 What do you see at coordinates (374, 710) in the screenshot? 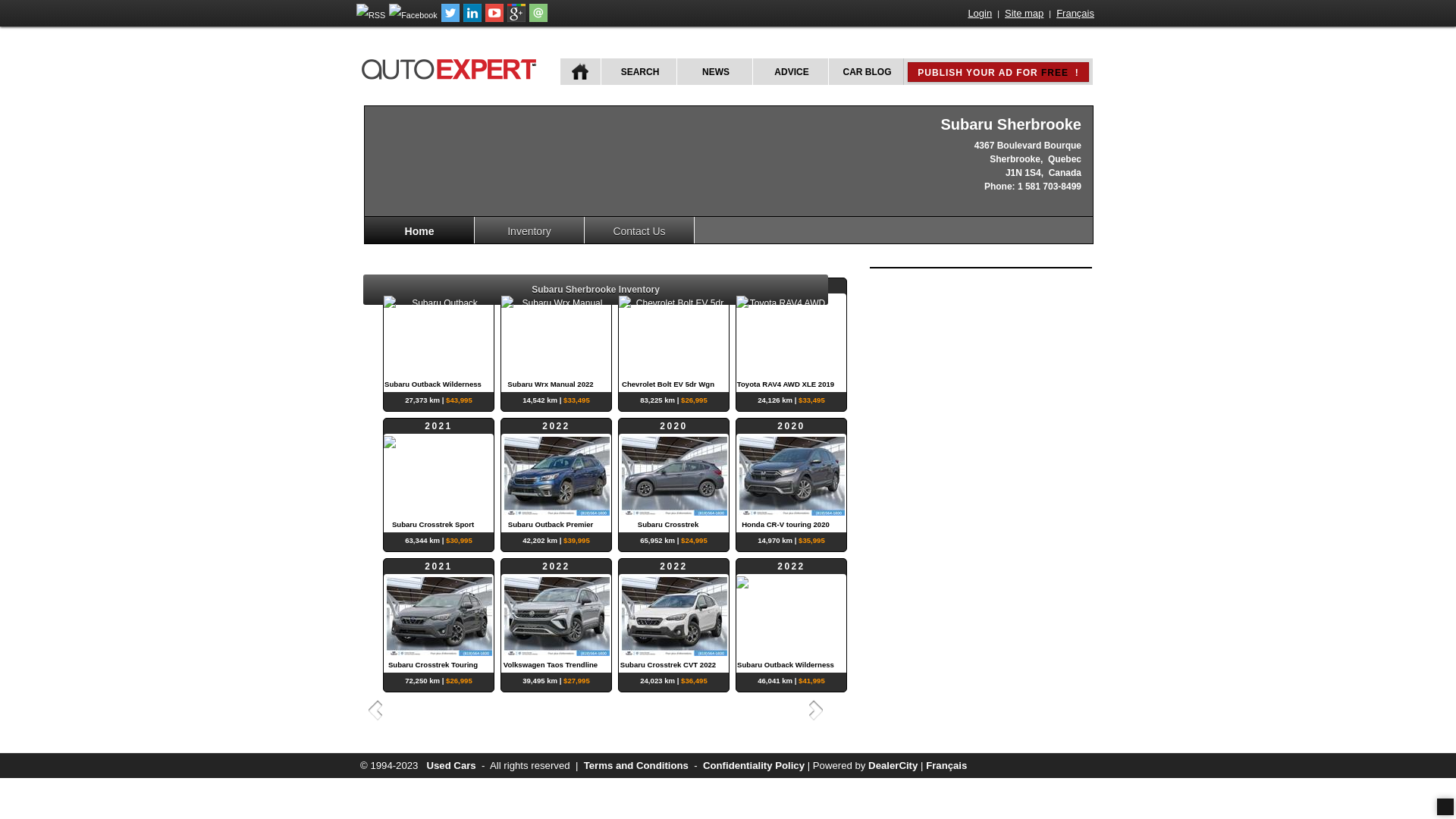
I see `'Previous'` at bounding box center [374, 710].